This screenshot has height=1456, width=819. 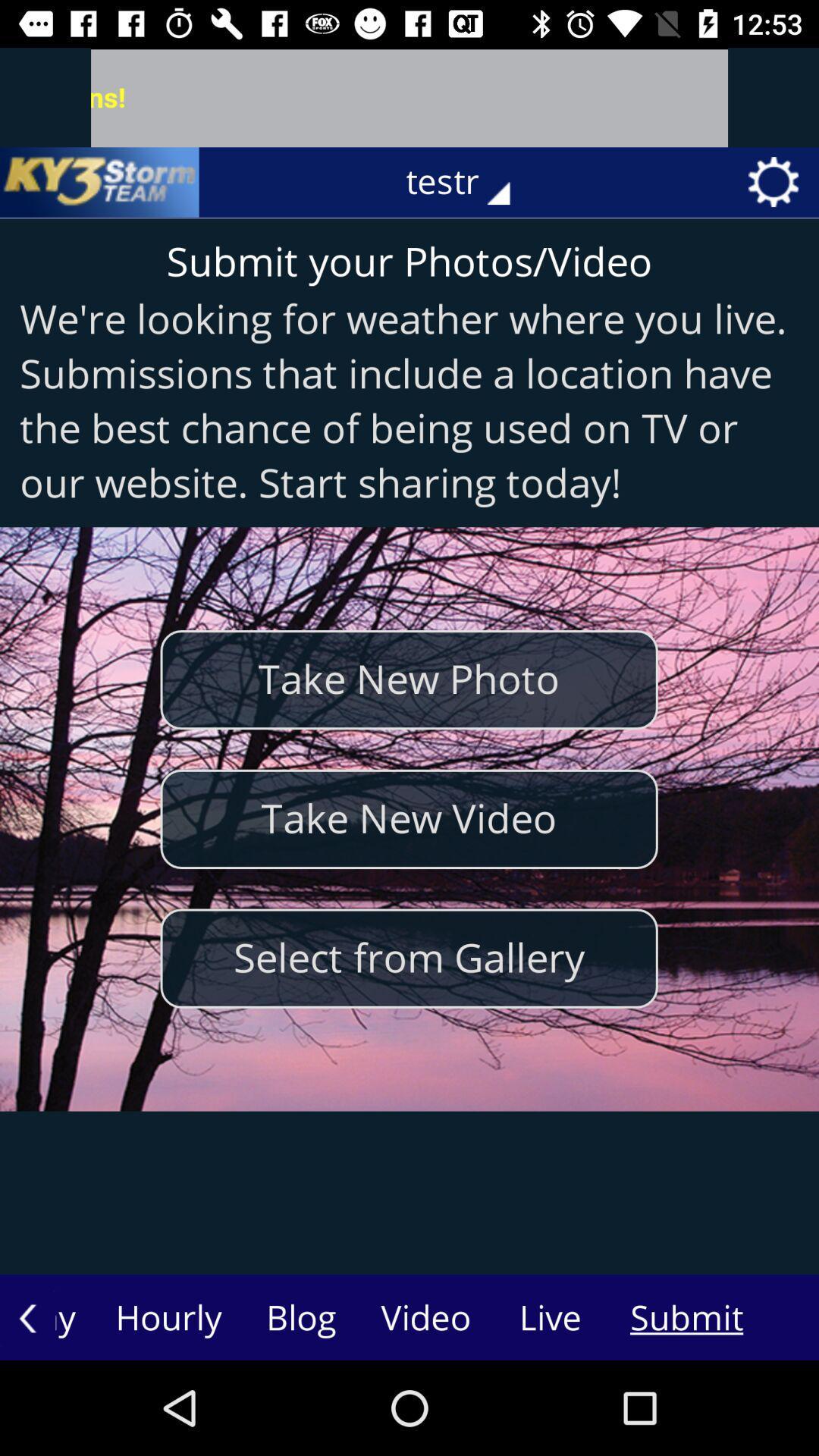 I want to click on the icon below take new video, so click(x=408, y=958).